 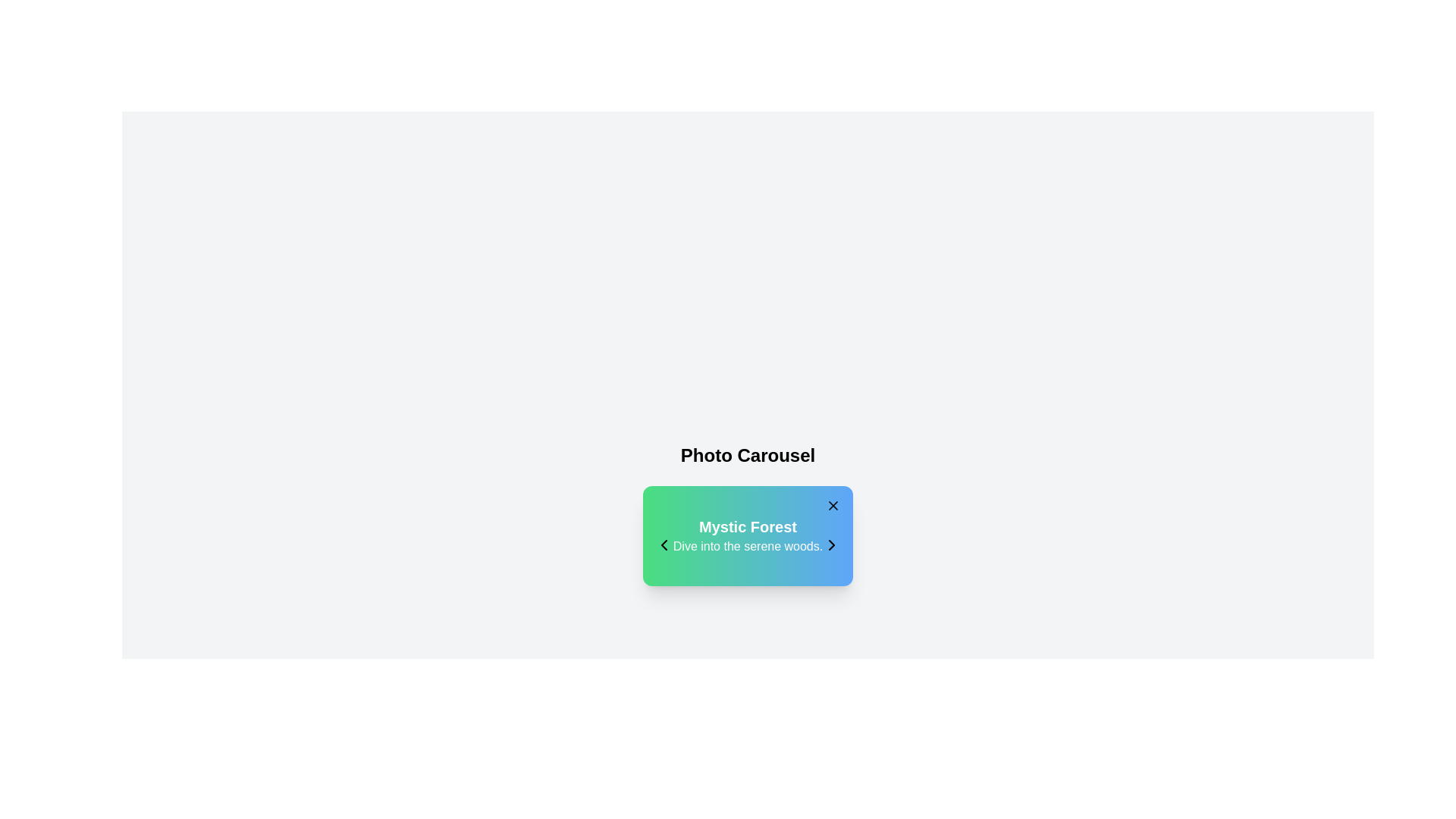 What do you see at coordinates (748, 526) in the screenshot?
I see `header text 'Mystic Forest' which is centered at the top of the card and serves as a title for the content` at bounding box center [748, 526].